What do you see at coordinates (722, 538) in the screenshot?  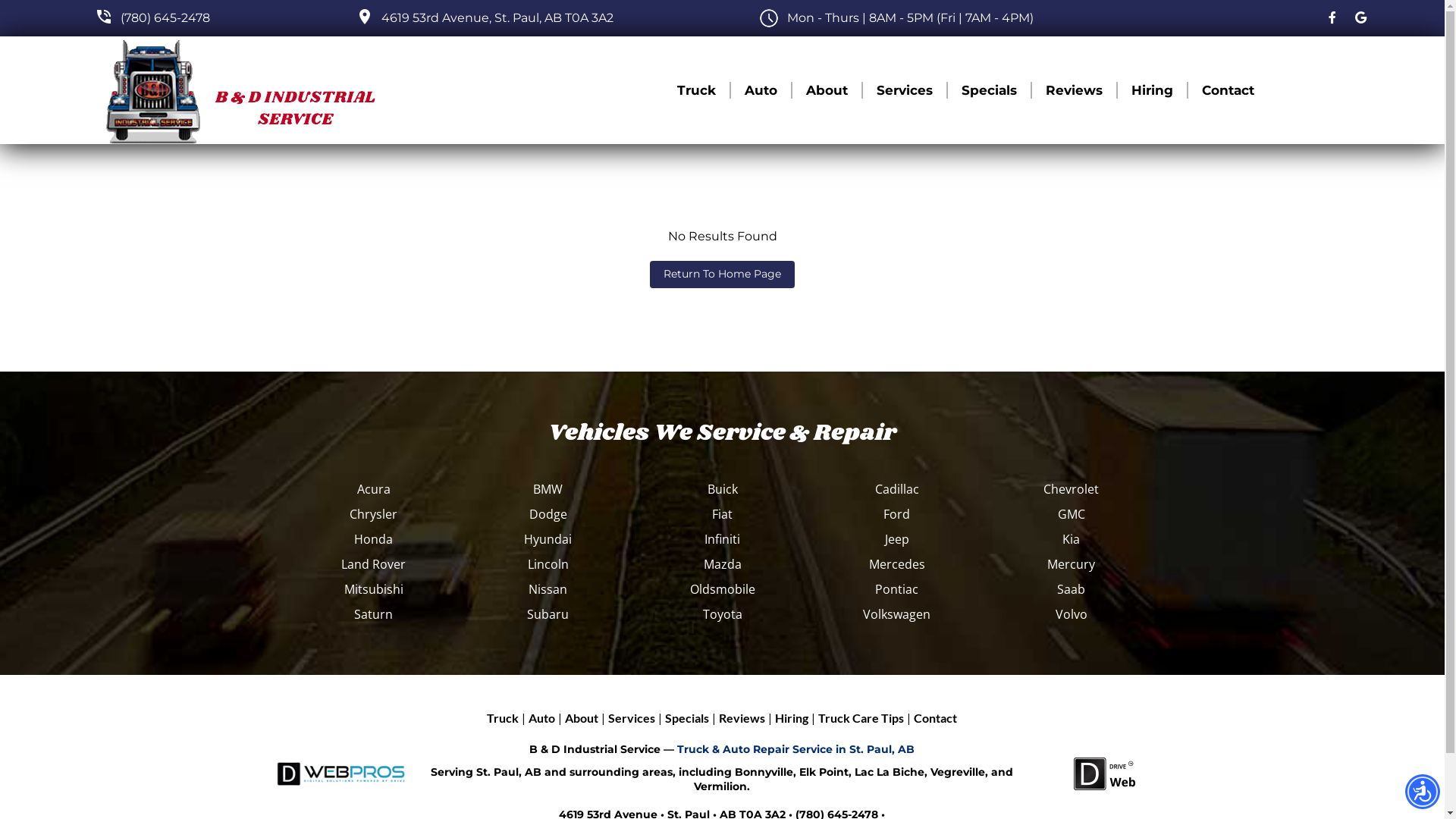 I see `'Infiniti'` at bounding box center [722, 538].